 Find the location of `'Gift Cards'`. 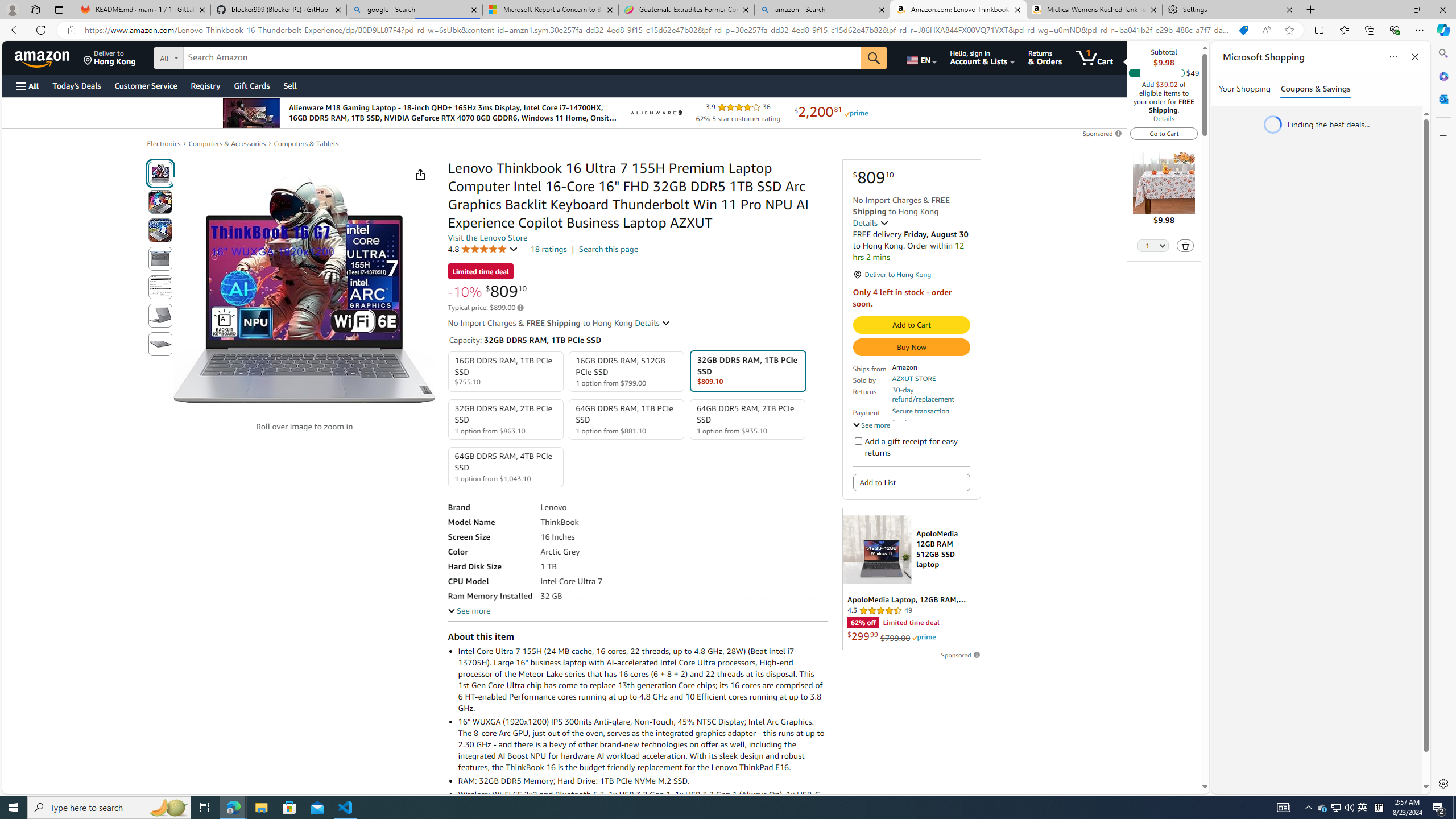

'Gift Cards' is located at coordinates (251, 85).